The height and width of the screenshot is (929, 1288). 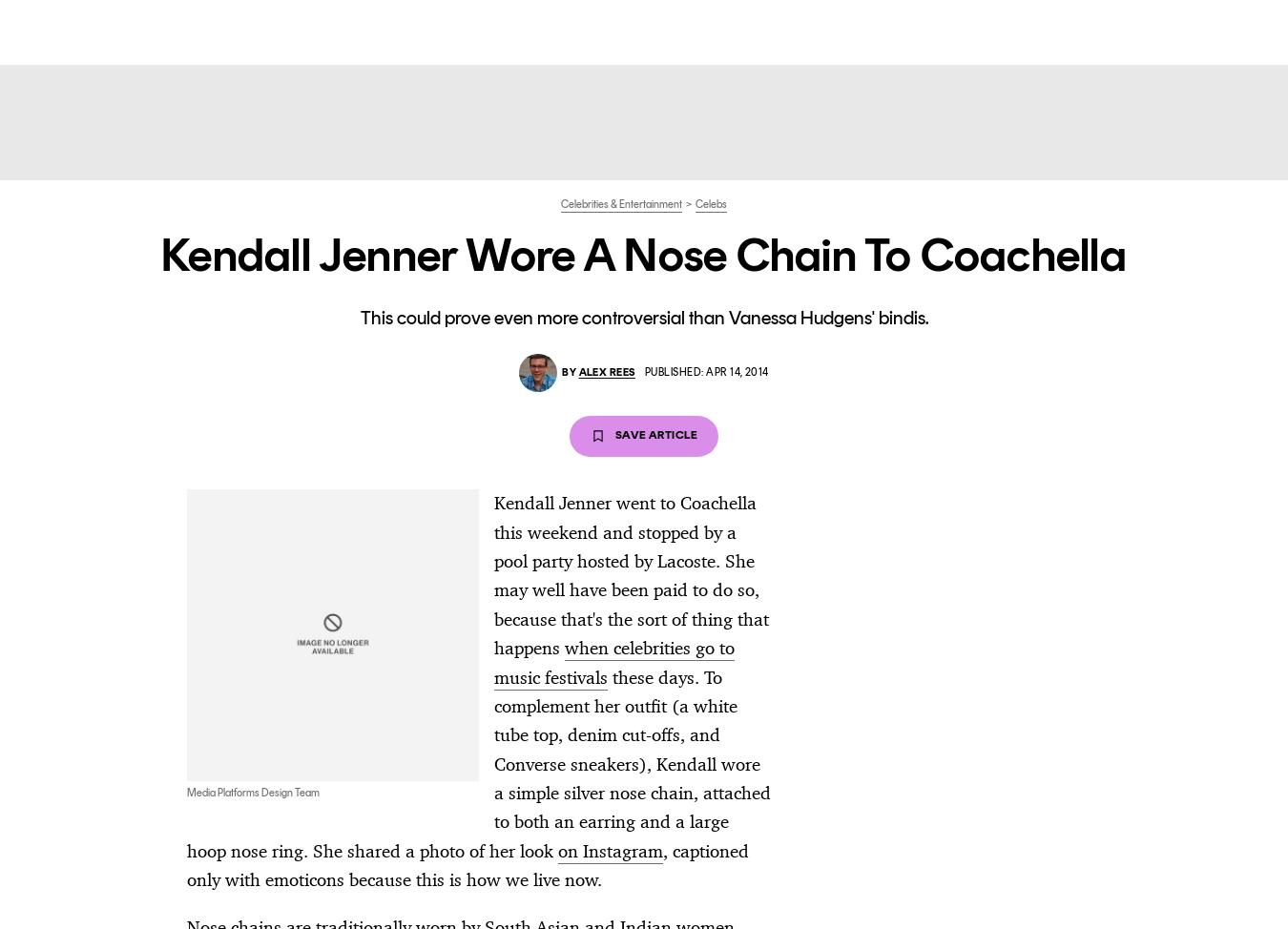 I want to click on 'Timothée Supports Kylie at the Innovator Awards', so click(x=236, y=259).